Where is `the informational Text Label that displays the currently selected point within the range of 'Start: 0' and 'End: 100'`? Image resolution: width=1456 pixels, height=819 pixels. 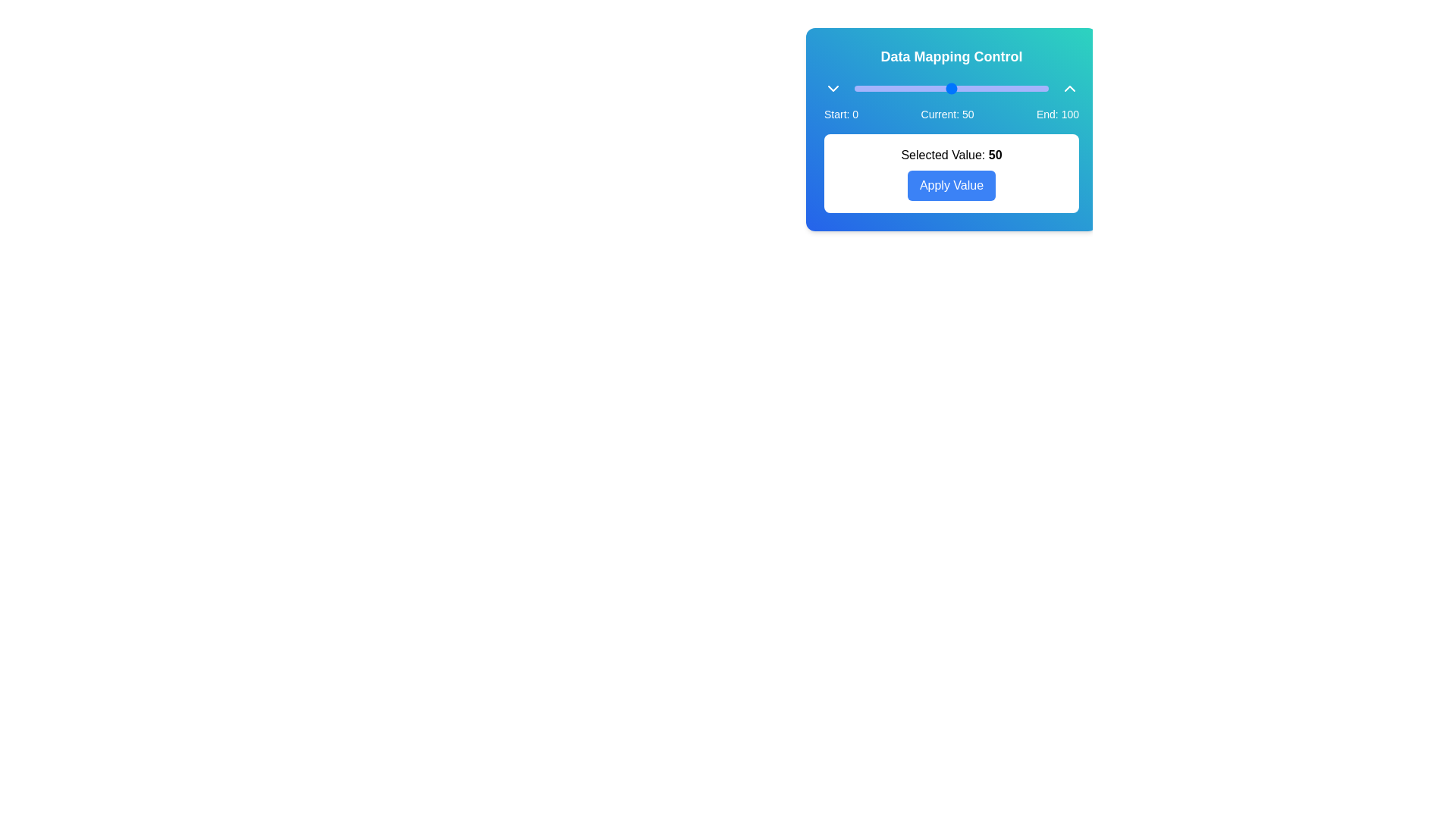
the informational Text Label that displays the currently selected point within the range of 'Start: 0' and 'End: 100' is located at coordinates (946, 113).